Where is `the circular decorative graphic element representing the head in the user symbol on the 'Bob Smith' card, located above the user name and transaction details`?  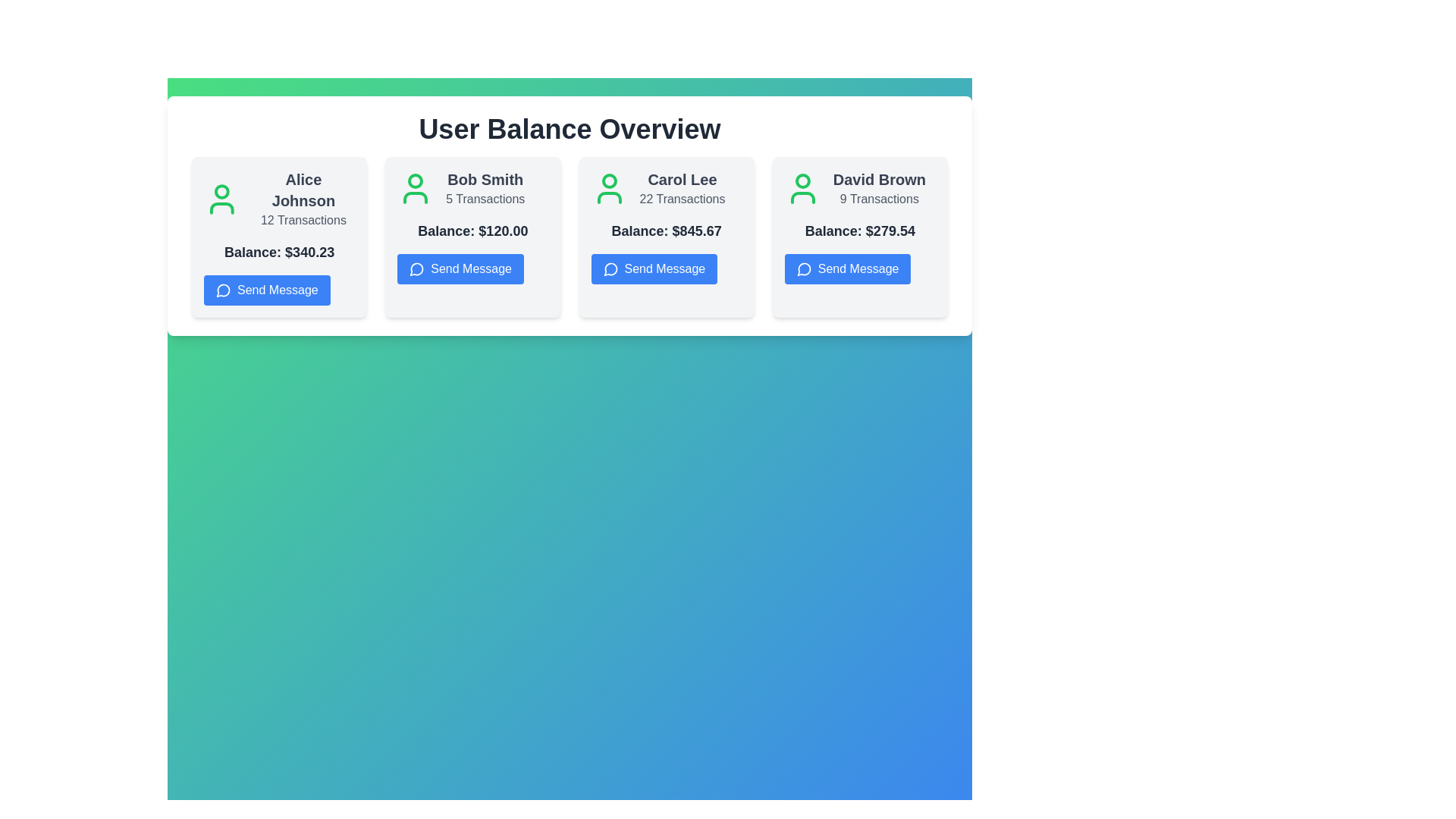
the circular decorative graphic element representing the head in the user symbol on the 'Bob Smith' card, located above the user name and transaction details is located at coordinates (416, 180).